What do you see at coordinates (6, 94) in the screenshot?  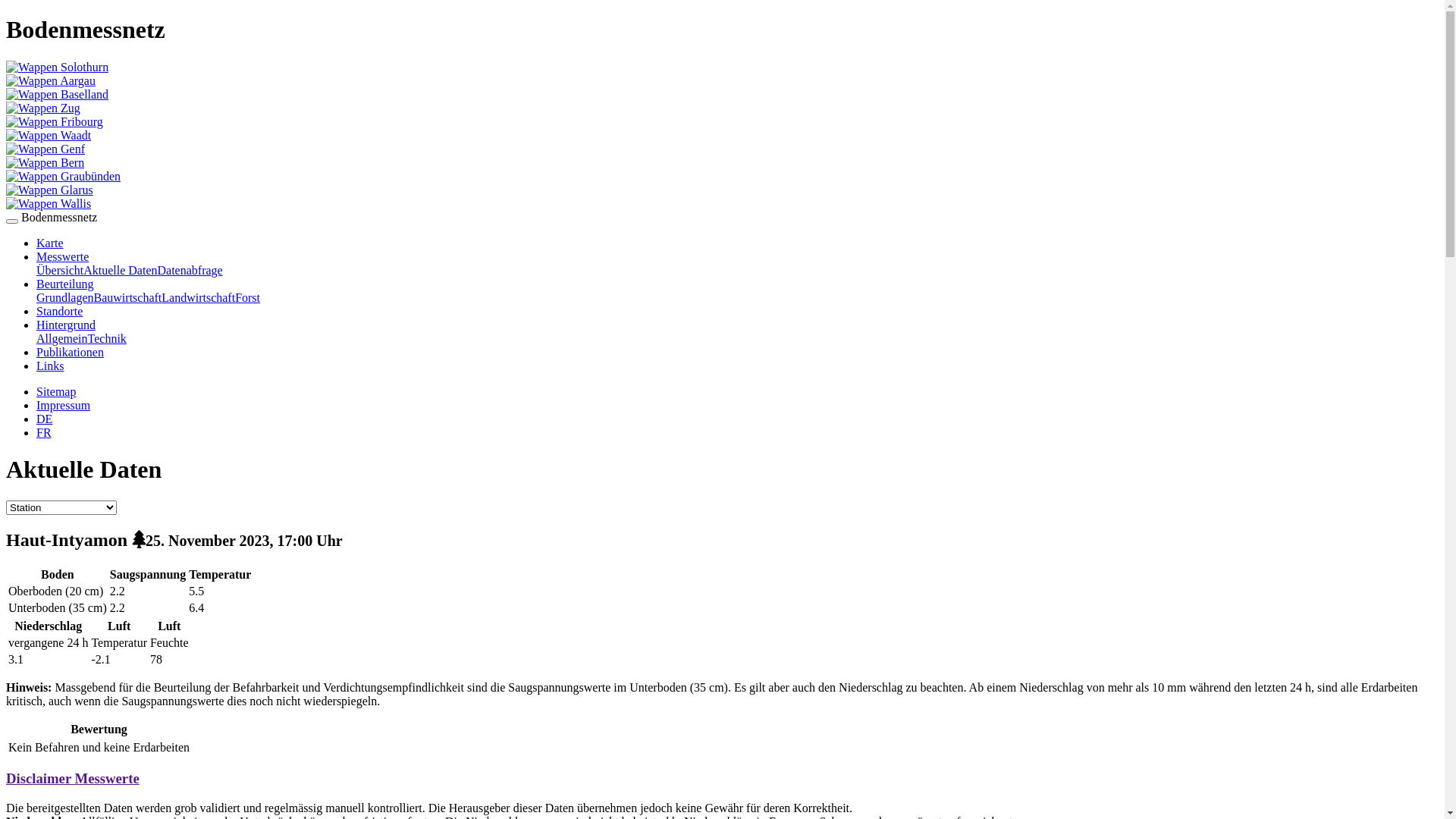 I see `'Kanton Baselland'` at bounding box center [6, 94].